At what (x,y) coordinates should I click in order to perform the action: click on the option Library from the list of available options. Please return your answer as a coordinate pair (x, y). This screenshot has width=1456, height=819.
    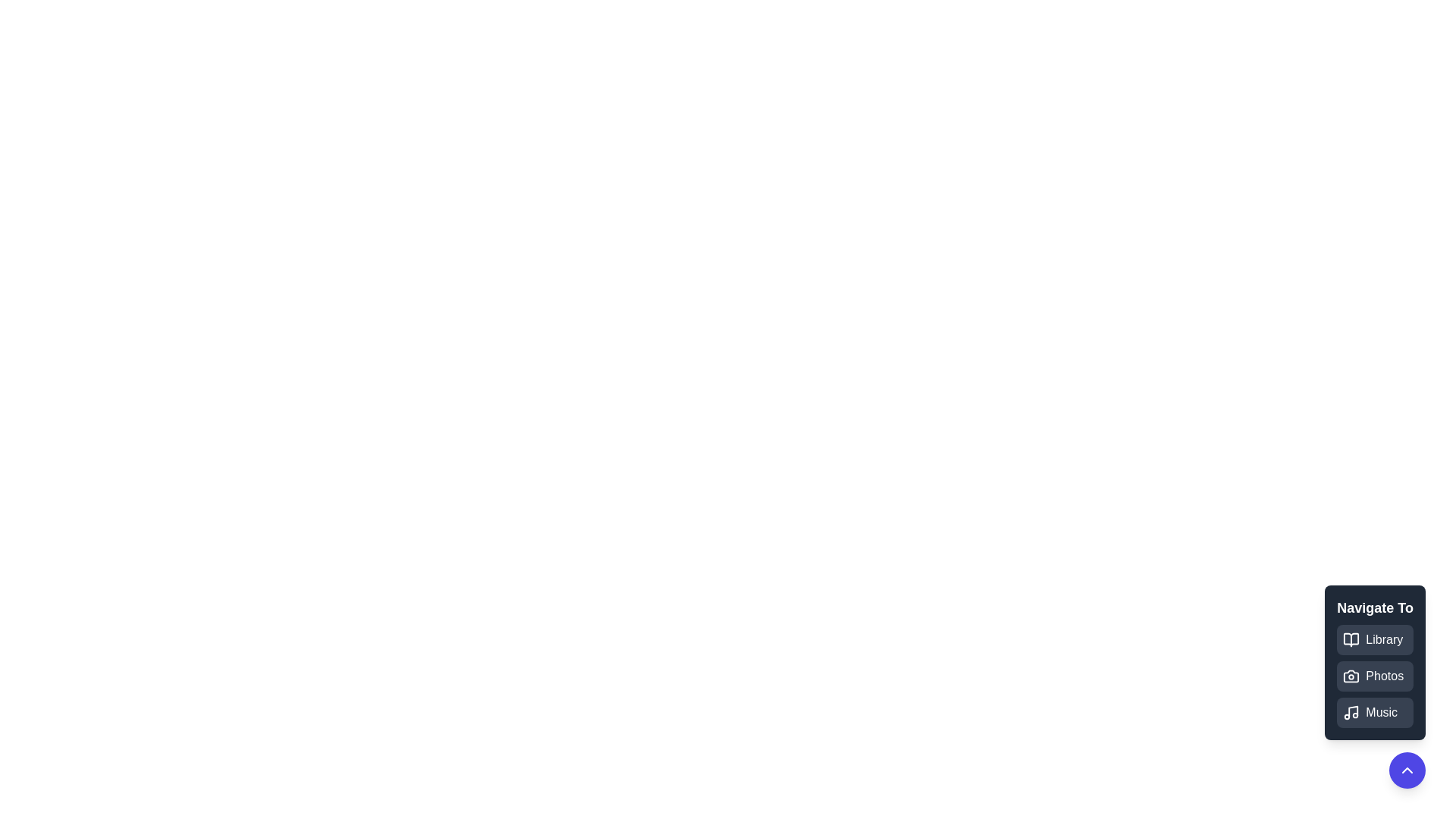
    Looking at the image, I should click on (1375, 640).